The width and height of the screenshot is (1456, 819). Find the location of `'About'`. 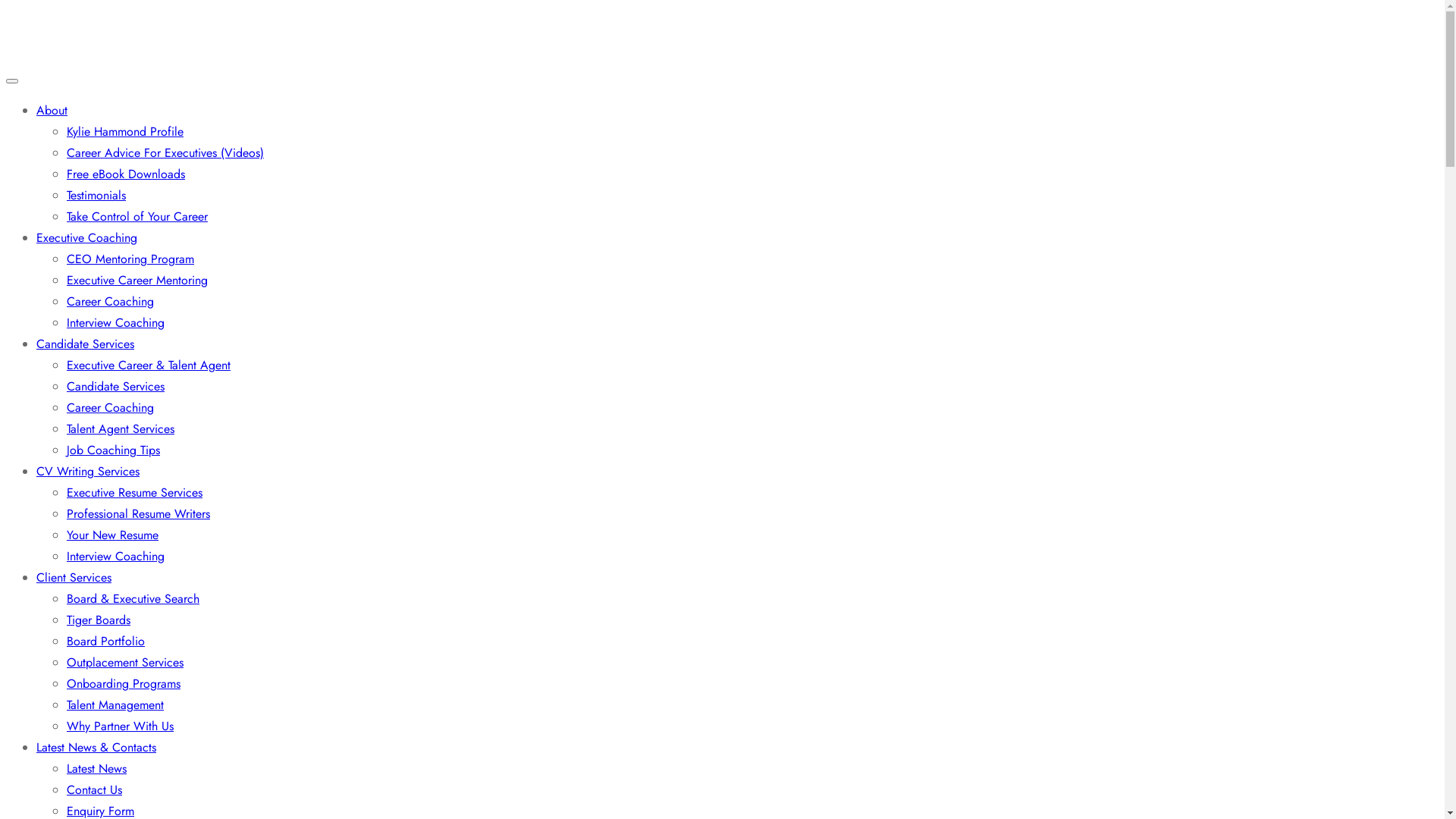

'About' is located at coordinates (36, 109).